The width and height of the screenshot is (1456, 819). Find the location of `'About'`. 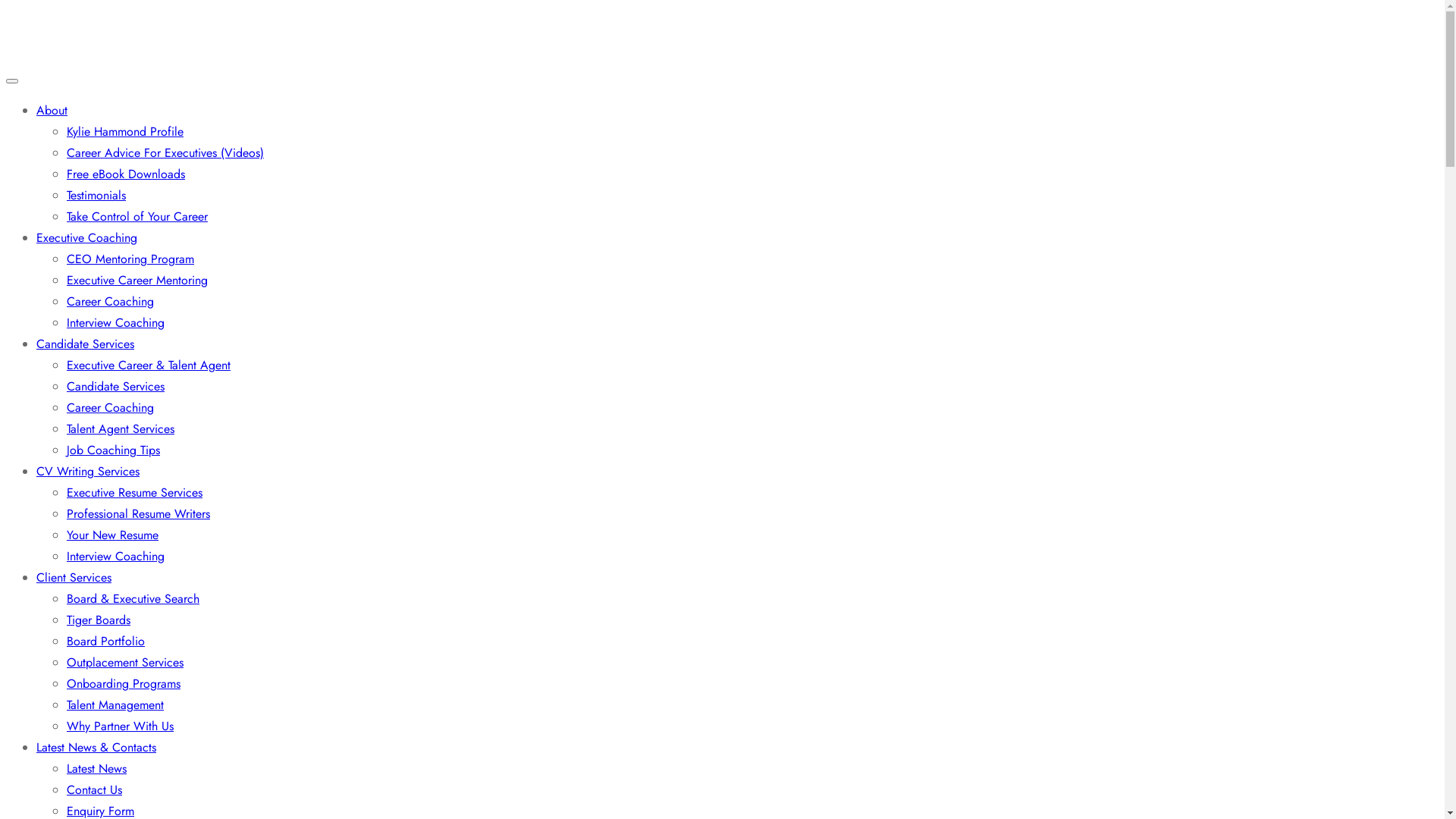

'About' is located at coordinates (36, 109).